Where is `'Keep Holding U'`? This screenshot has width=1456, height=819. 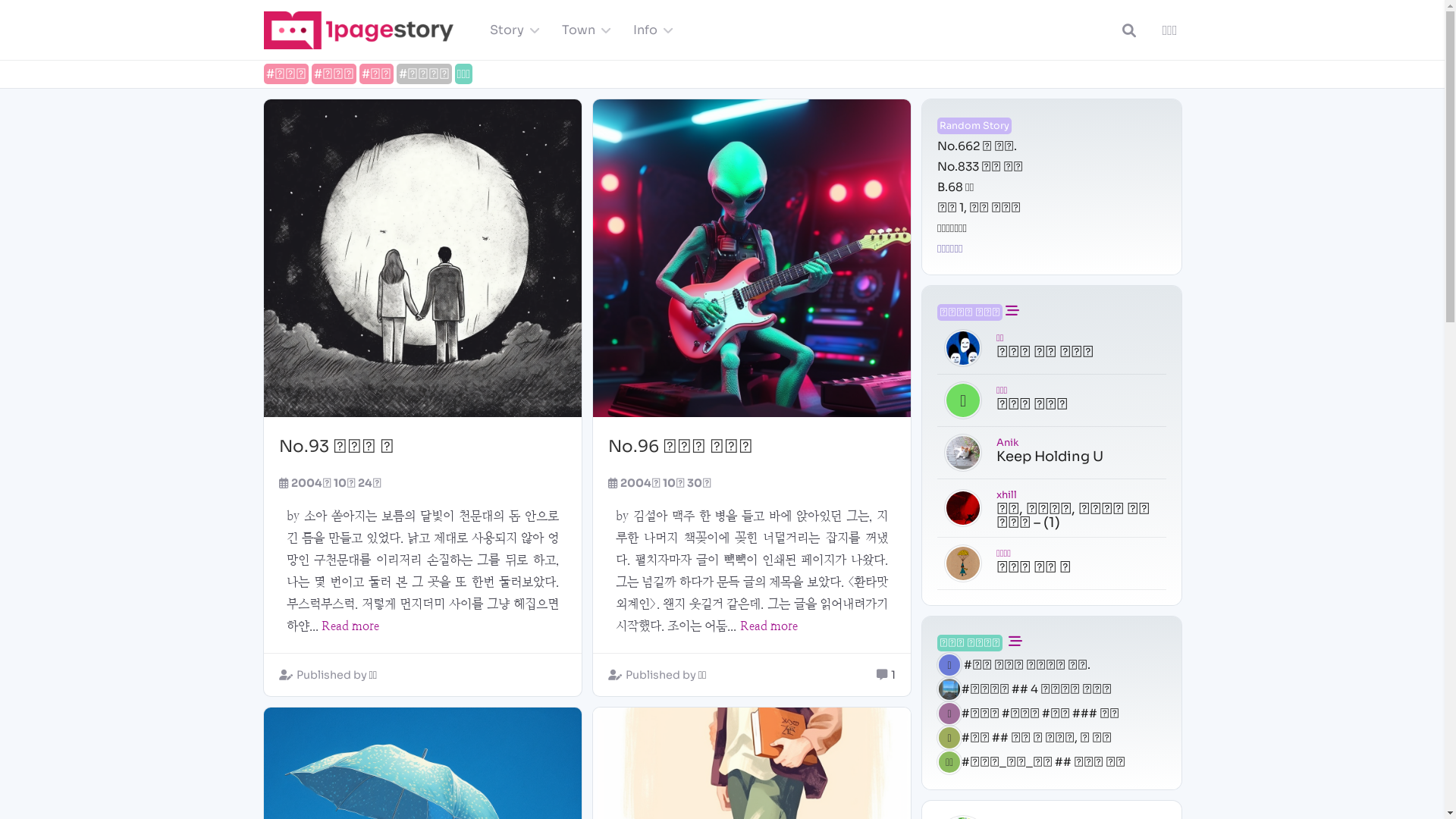
'Keep Holding U' is located at coordinates (1049, 455).